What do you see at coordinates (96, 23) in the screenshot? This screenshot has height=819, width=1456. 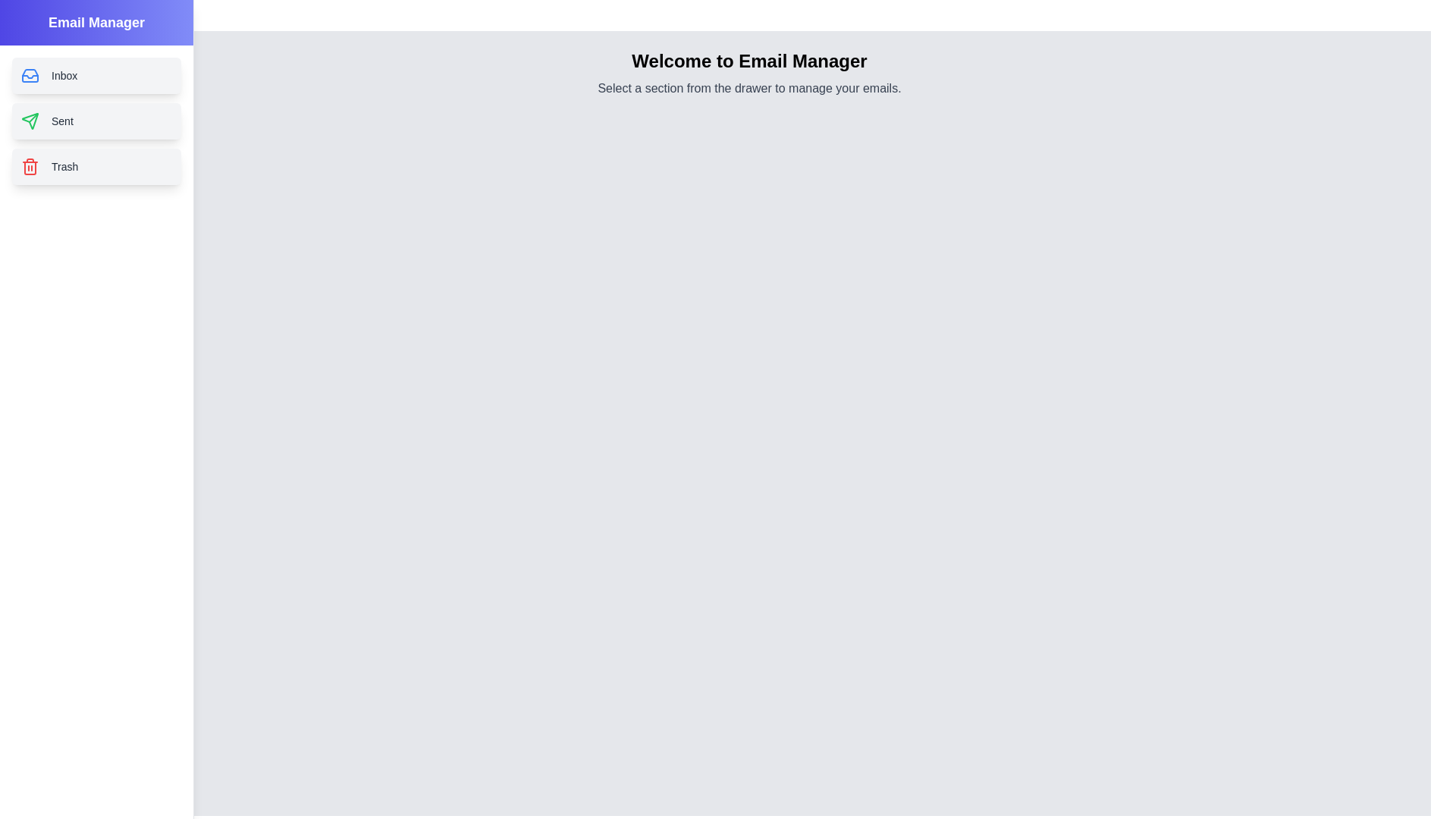 I see `the header text 'Email Manager' to interact` at bounding box center [96, 23].